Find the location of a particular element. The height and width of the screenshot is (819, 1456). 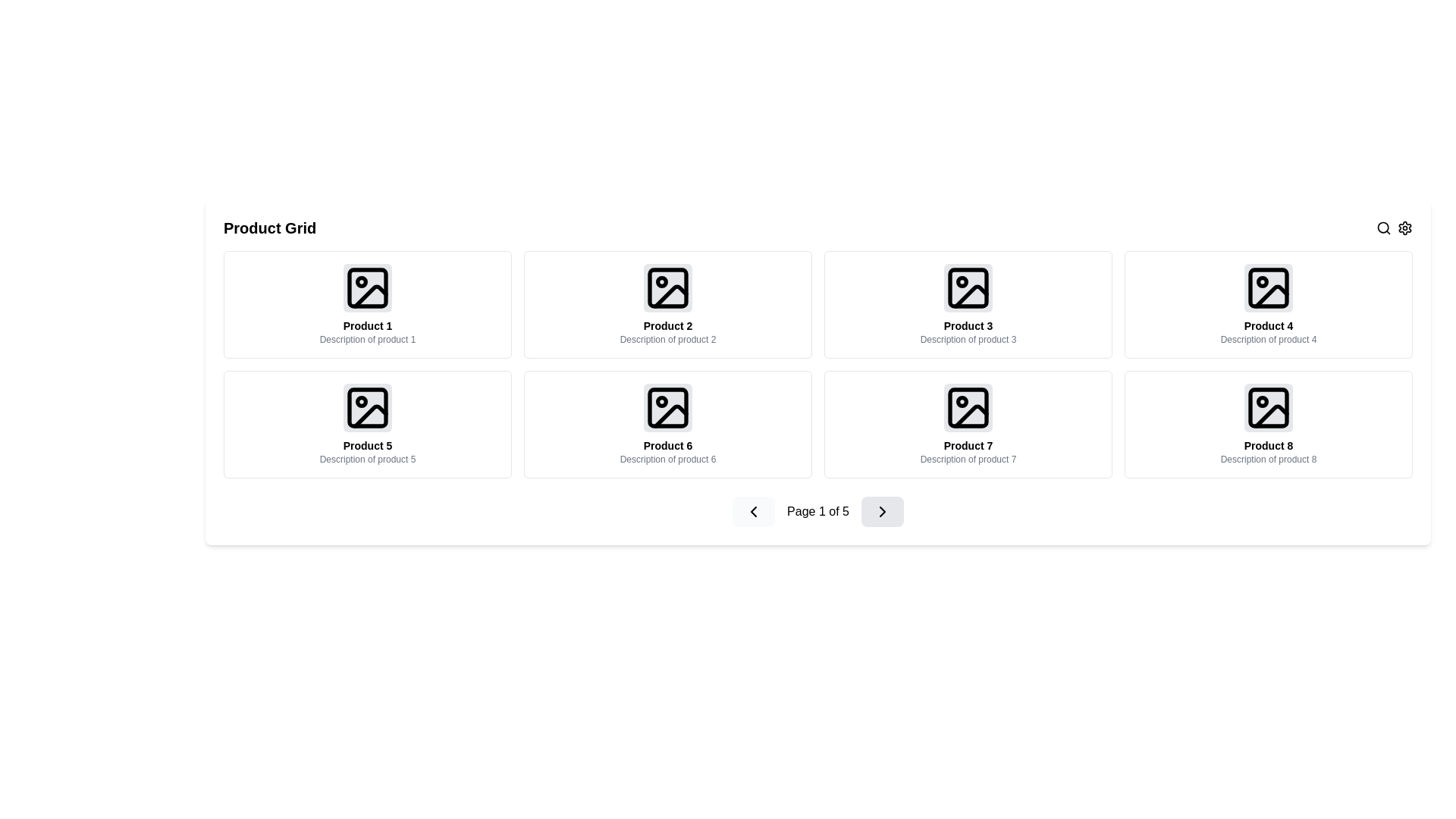

the SVG circle element located within the icon of 'Product 8', which is the last item in the grid's second row, positioned at the bottom right is located at coordinates (1263, 400).